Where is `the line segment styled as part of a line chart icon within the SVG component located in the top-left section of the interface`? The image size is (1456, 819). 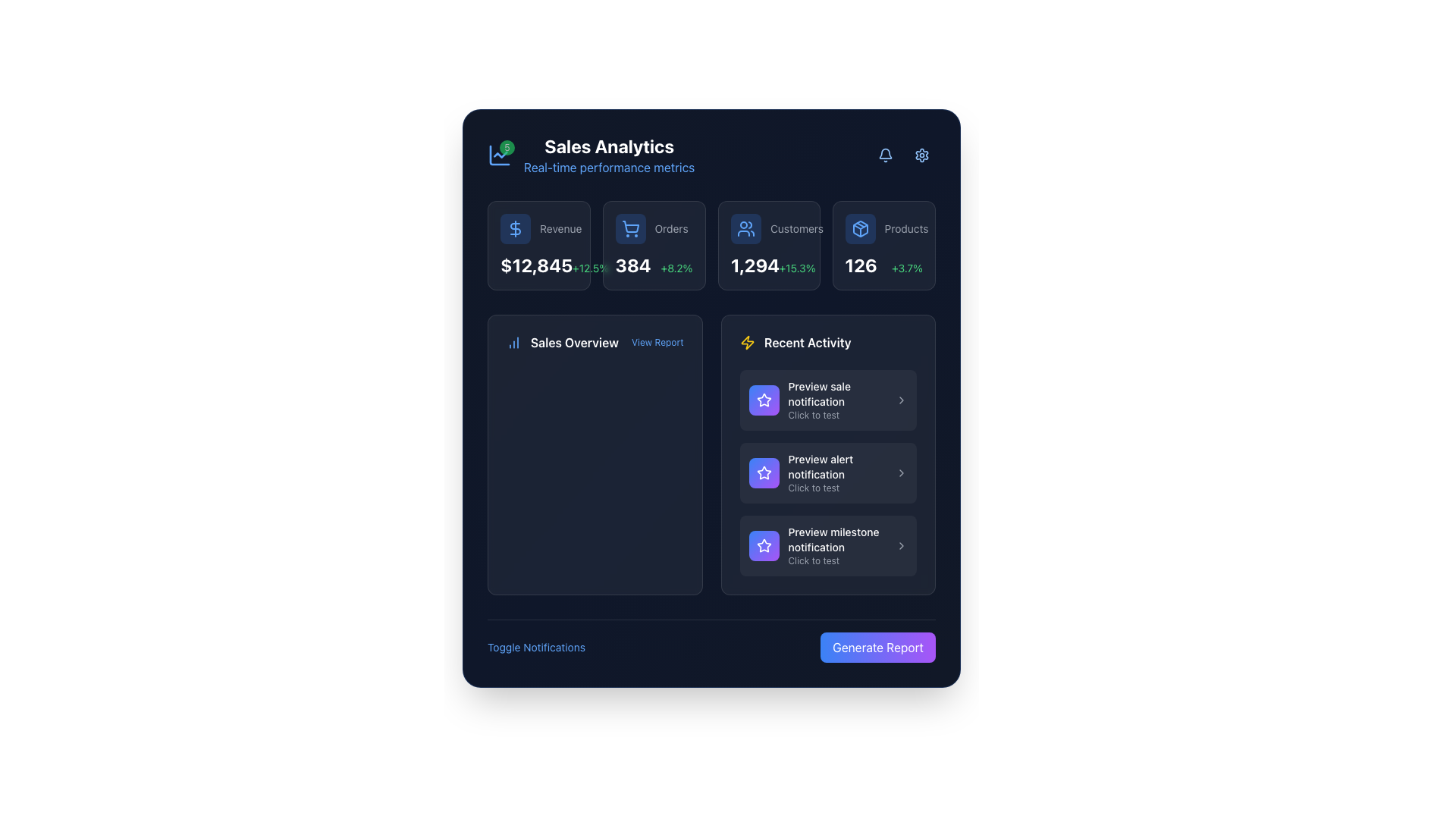 the line segment styled as part of a line chart icon within the SVG component located in the top-left section of the interface is located at coordinates (499, 155).